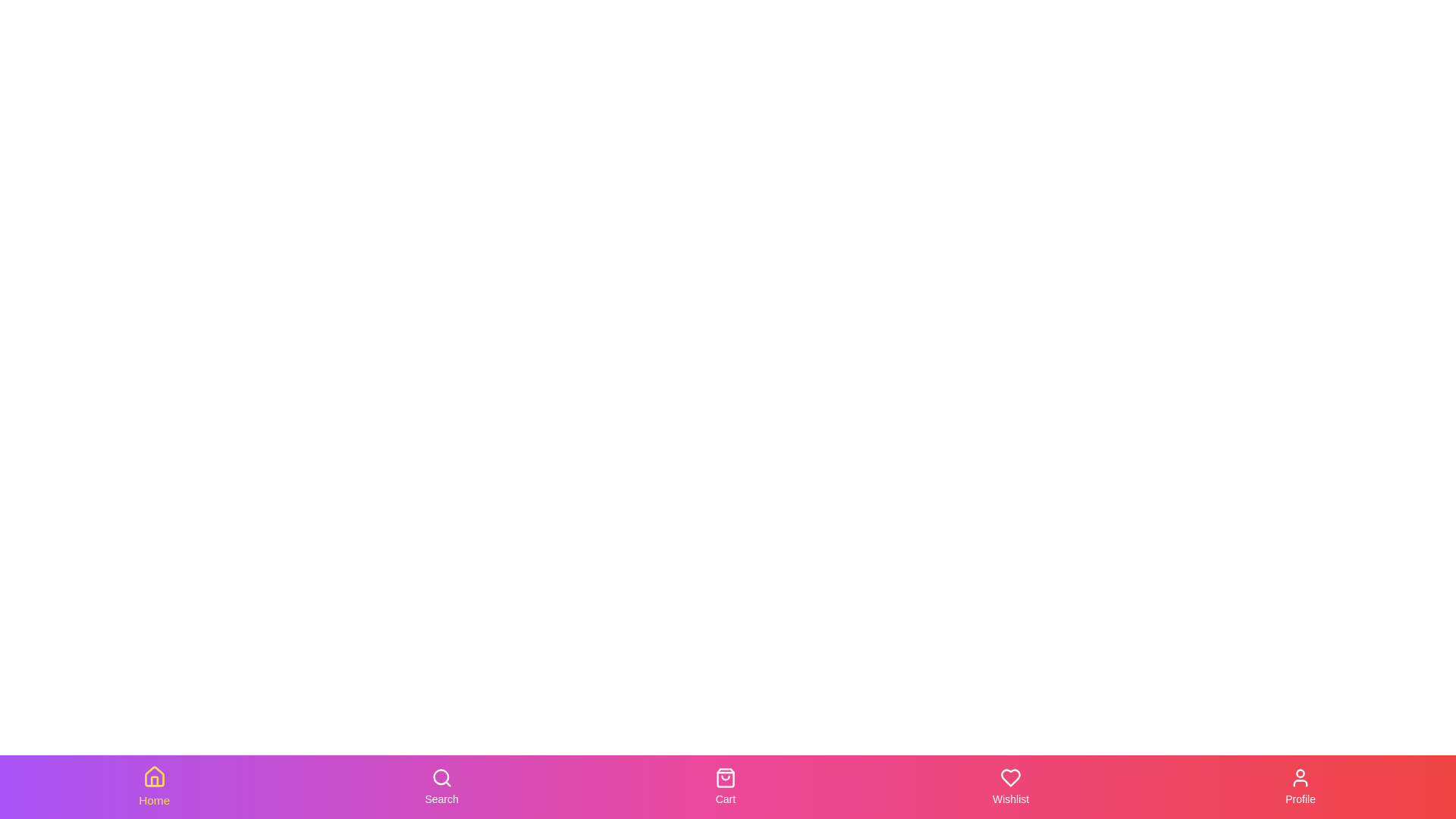 The image size is (1456, 819). Describe the element at coordinates (153, 786) in the screenshot. I see `the Home tab in the bottom navigation bar` at that location.